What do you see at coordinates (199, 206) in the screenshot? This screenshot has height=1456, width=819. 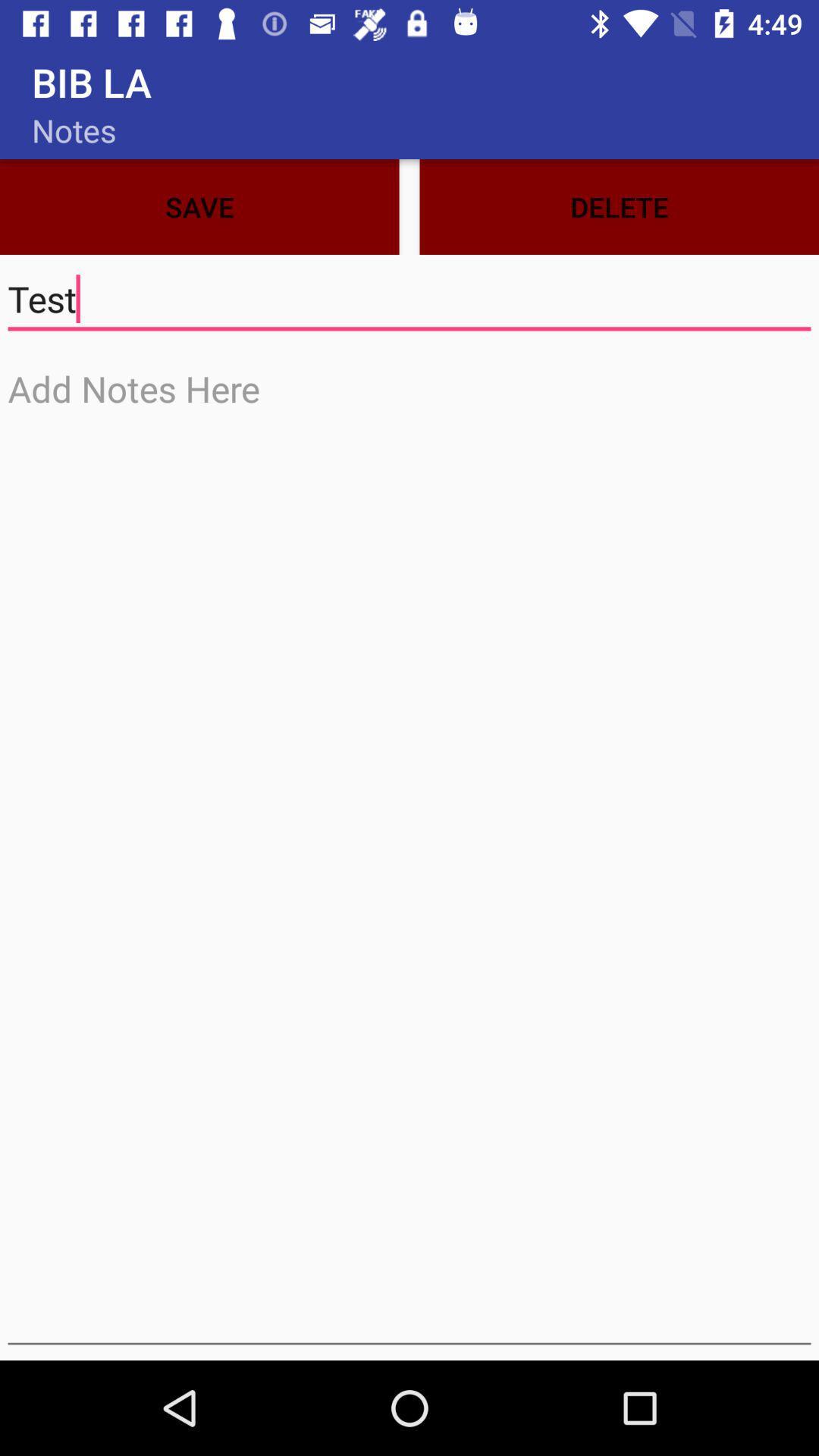 I see `the icon below notes icon` at bounding box center [199, 206].